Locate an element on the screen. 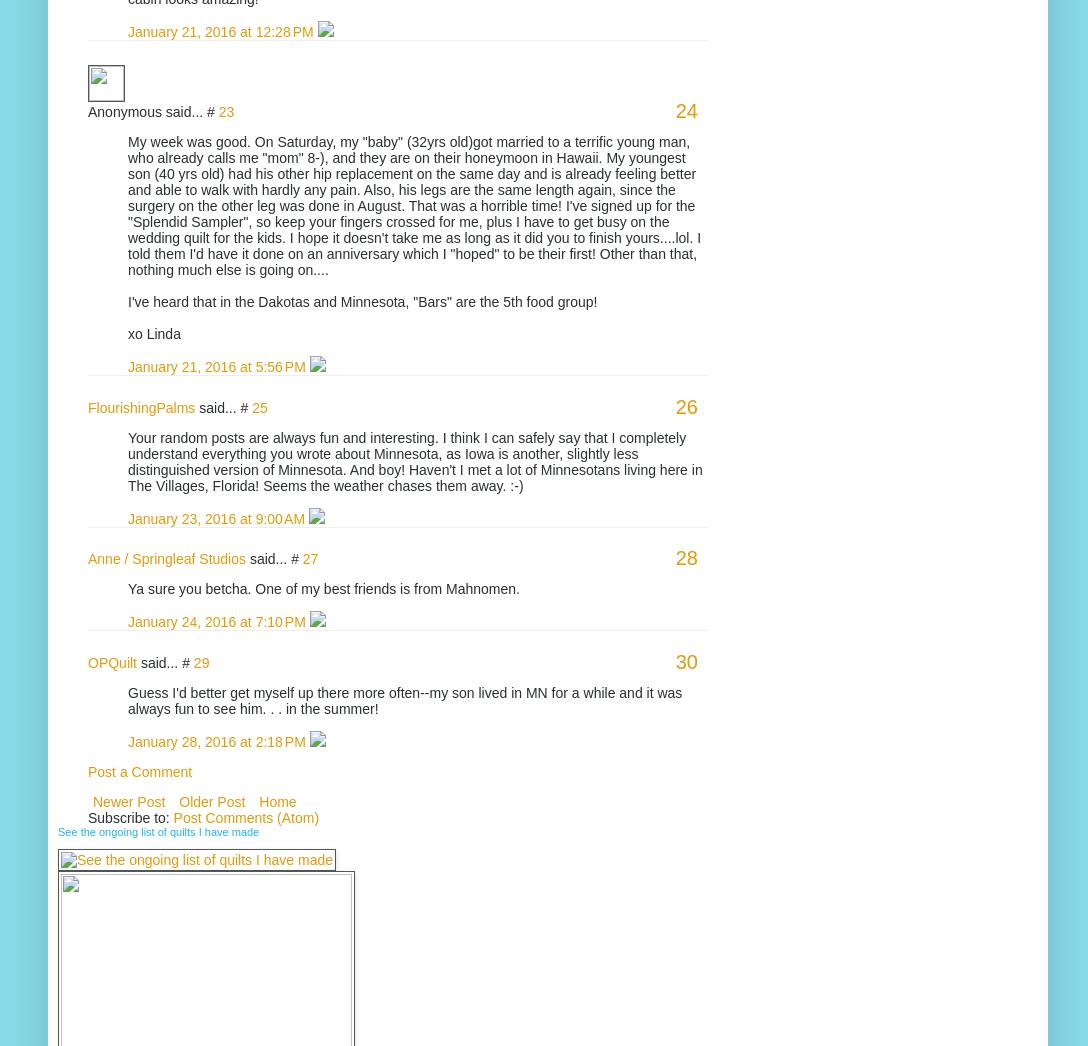 The image size is (1088, 1046). 'January 21, 2016 at 12:28 PM' is located at coordinates (127, 29).